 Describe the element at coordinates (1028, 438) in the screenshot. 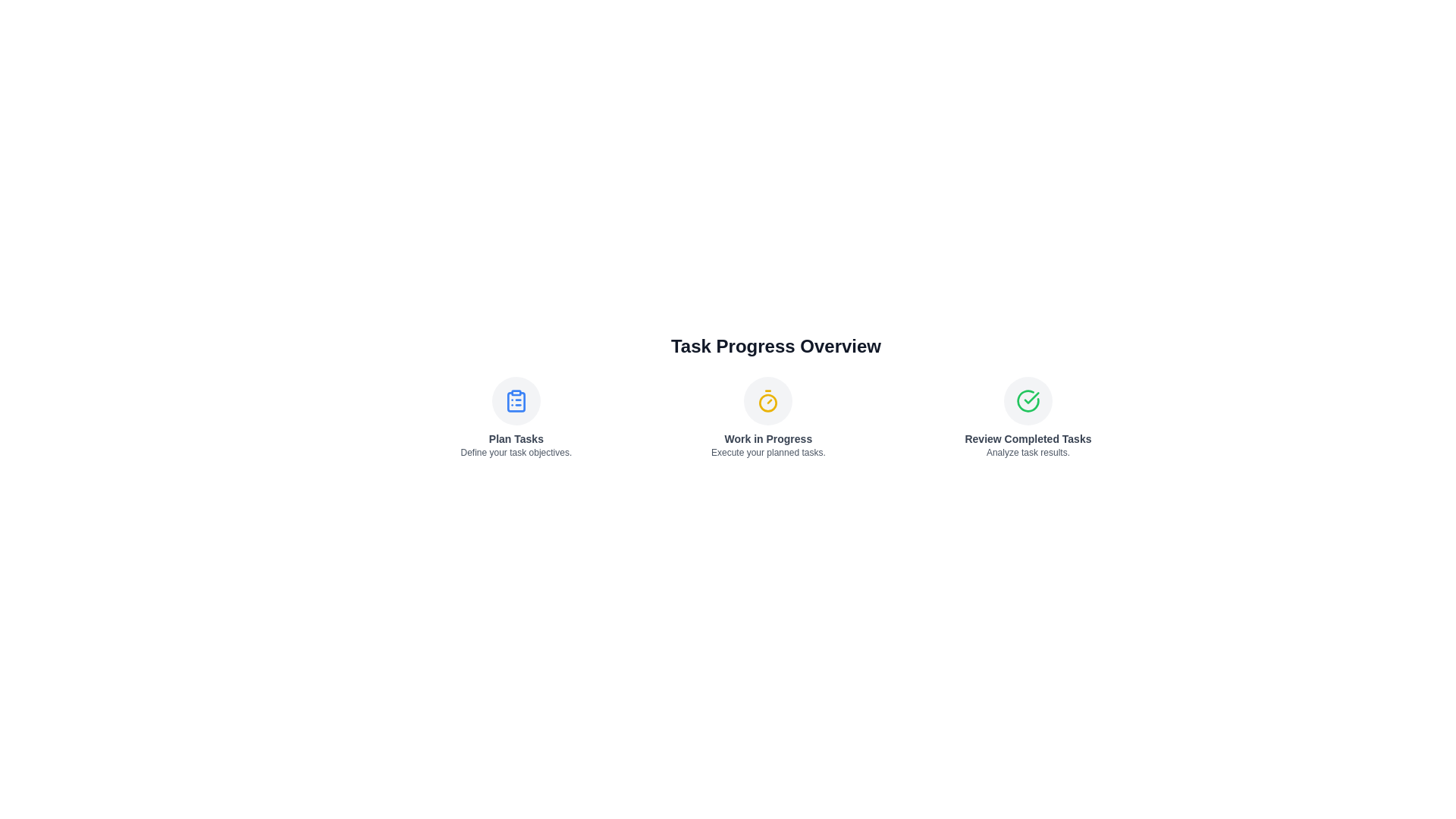

I see `the text of the step titled 'Review Completed Tasks'` at that location.